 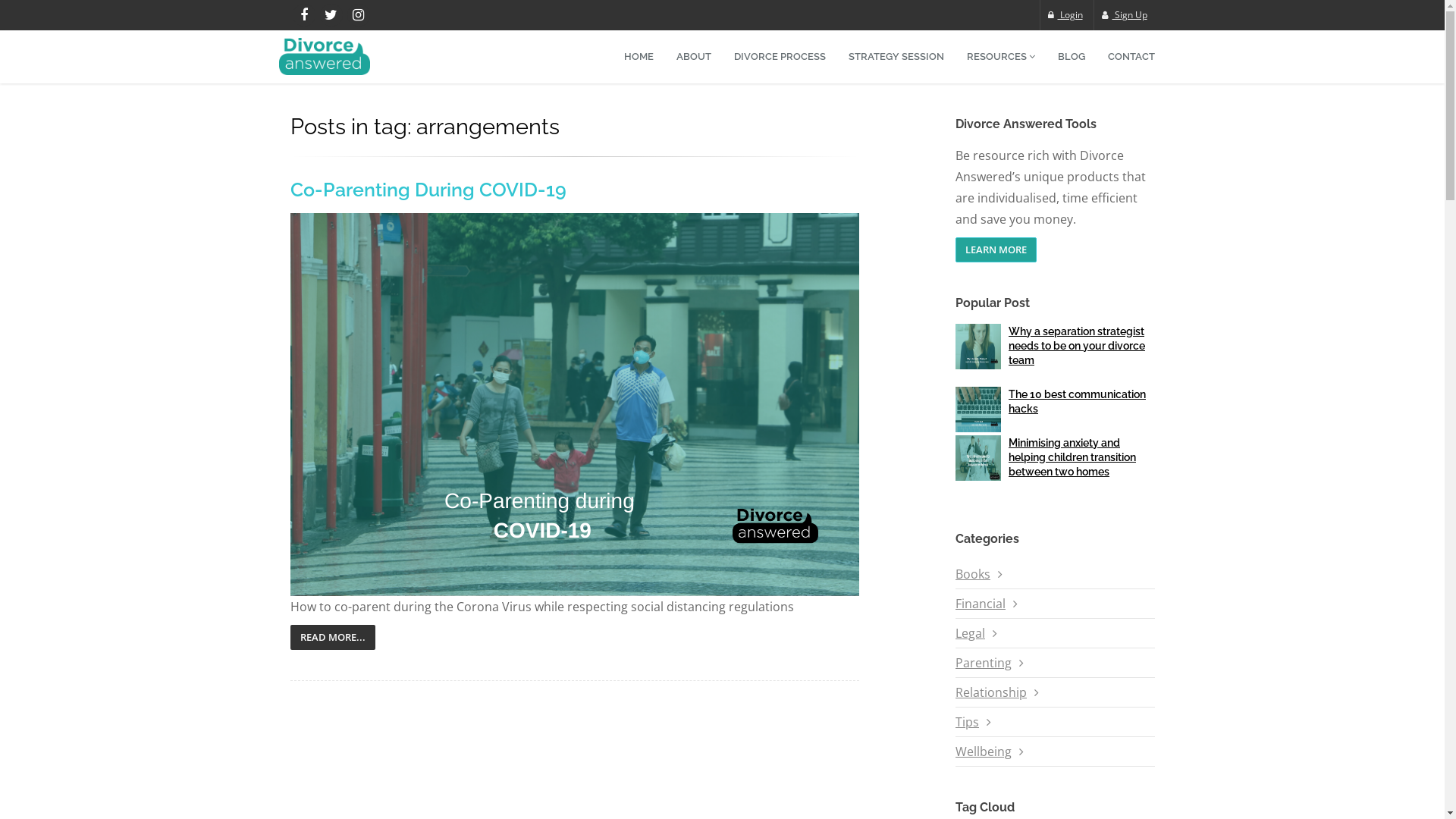 What do you see at coordinates (836, 55) in the screenshot?
I see `'STRATEGY SESSION'` at bounding box center [836, 55].